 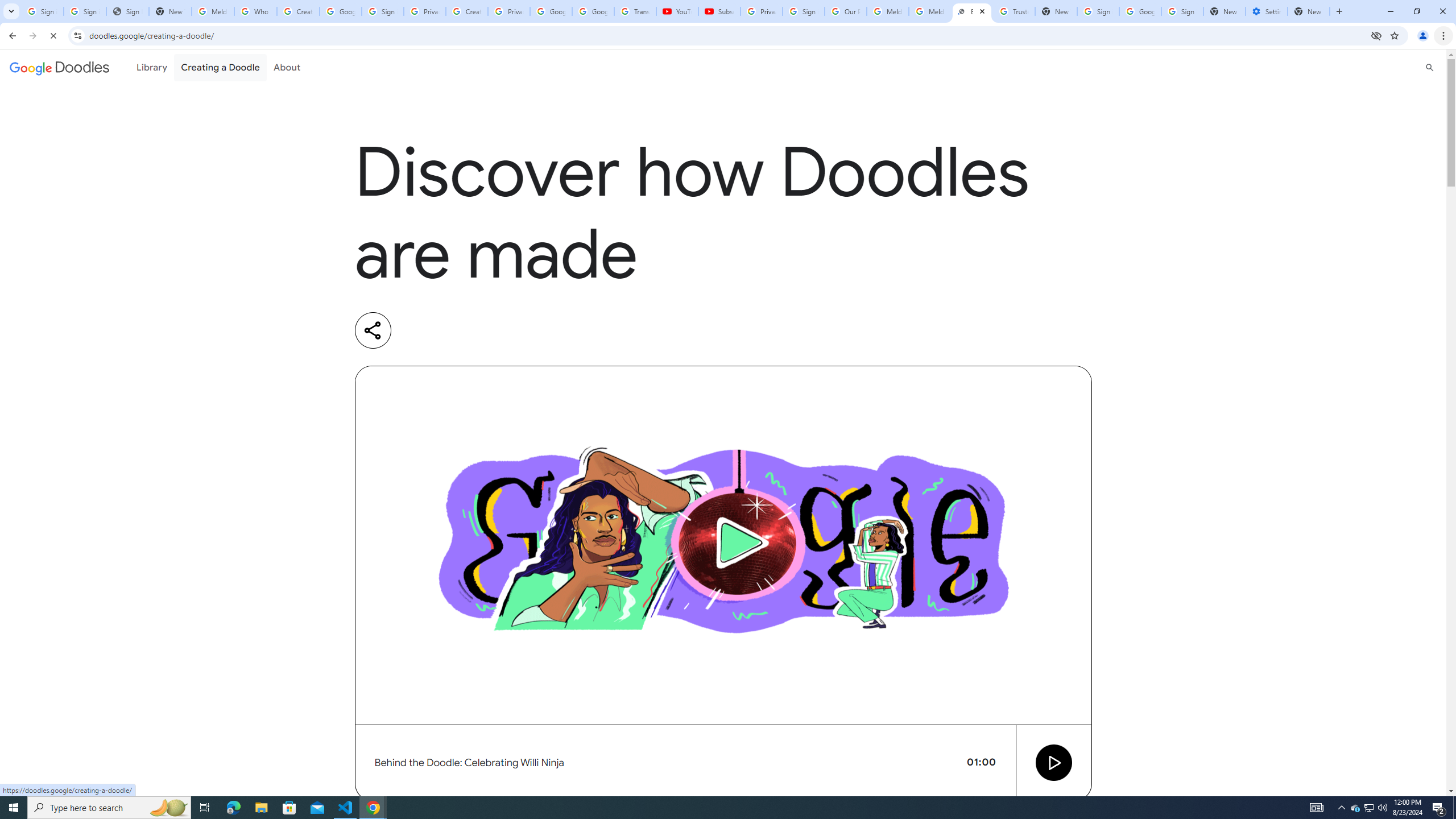 What do you see at coordinates (84, 11) in the screenshot?
I see `'Sign in - Google Accounts'` at bounding box center [84, 11].